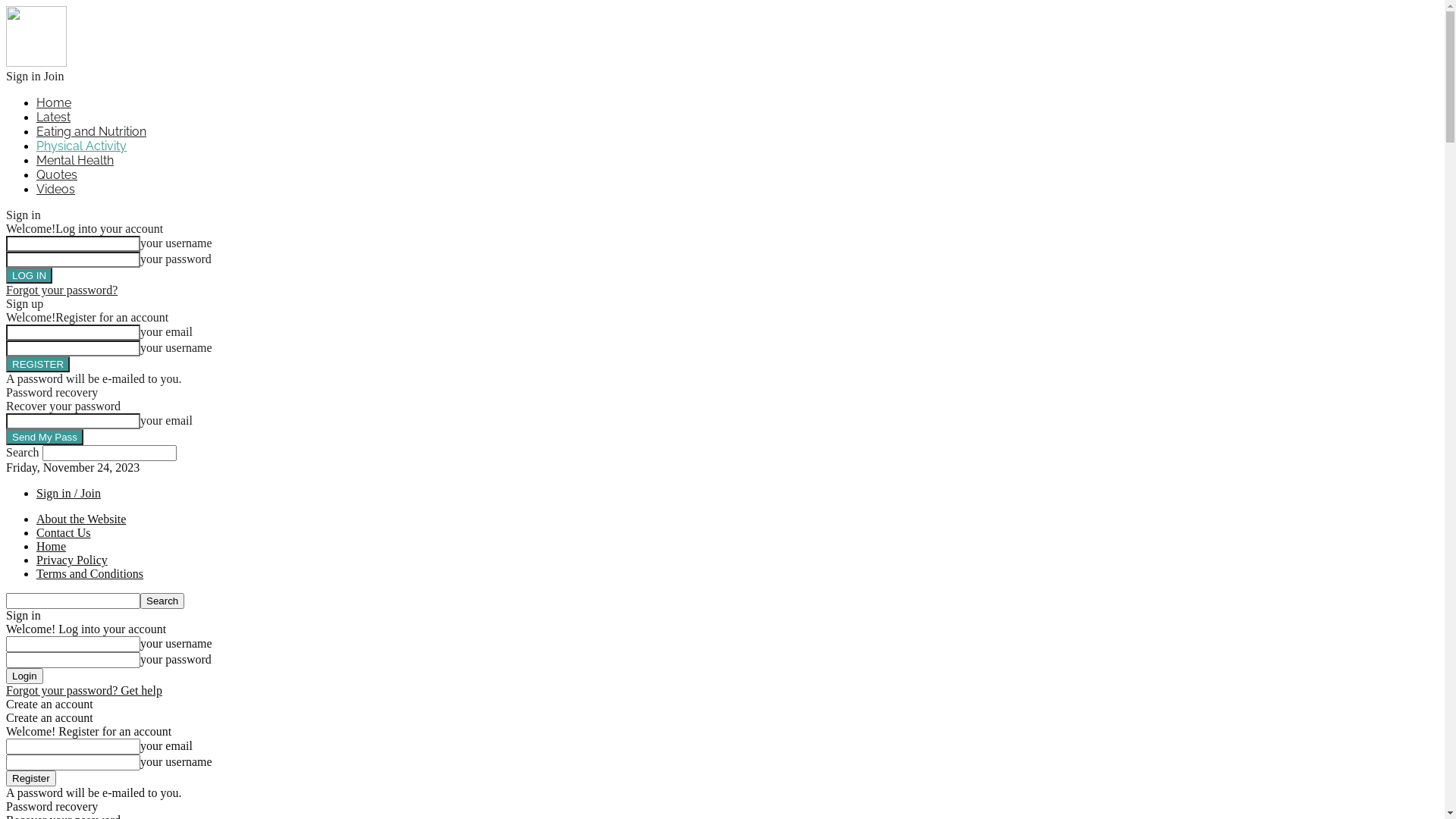  Describe the element at coordinates (62, 532) in the screenshot. I see `'Contact Us'` at that location.